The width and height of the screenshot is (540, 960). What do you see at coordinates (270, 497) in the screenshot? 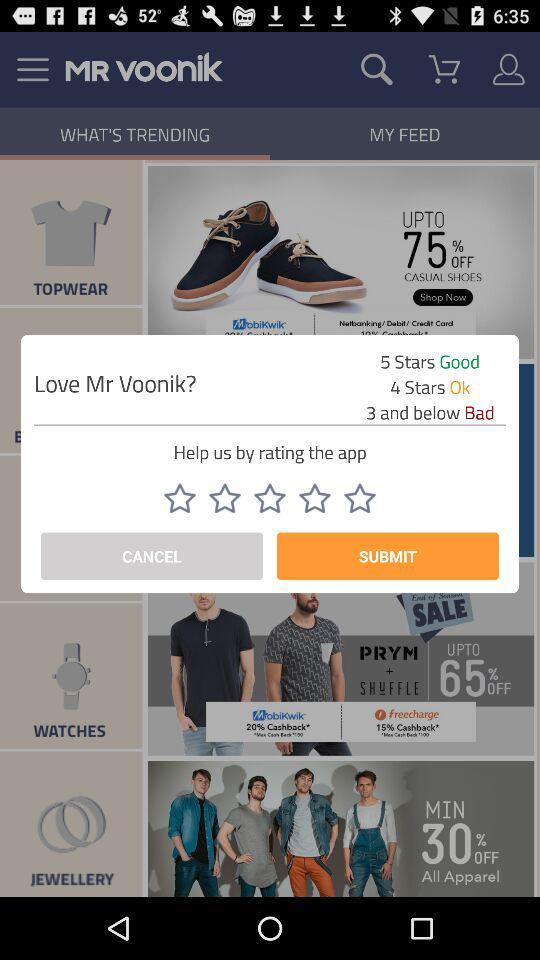
I see `rate it with 3 stars` at bounding box center [270, 497].